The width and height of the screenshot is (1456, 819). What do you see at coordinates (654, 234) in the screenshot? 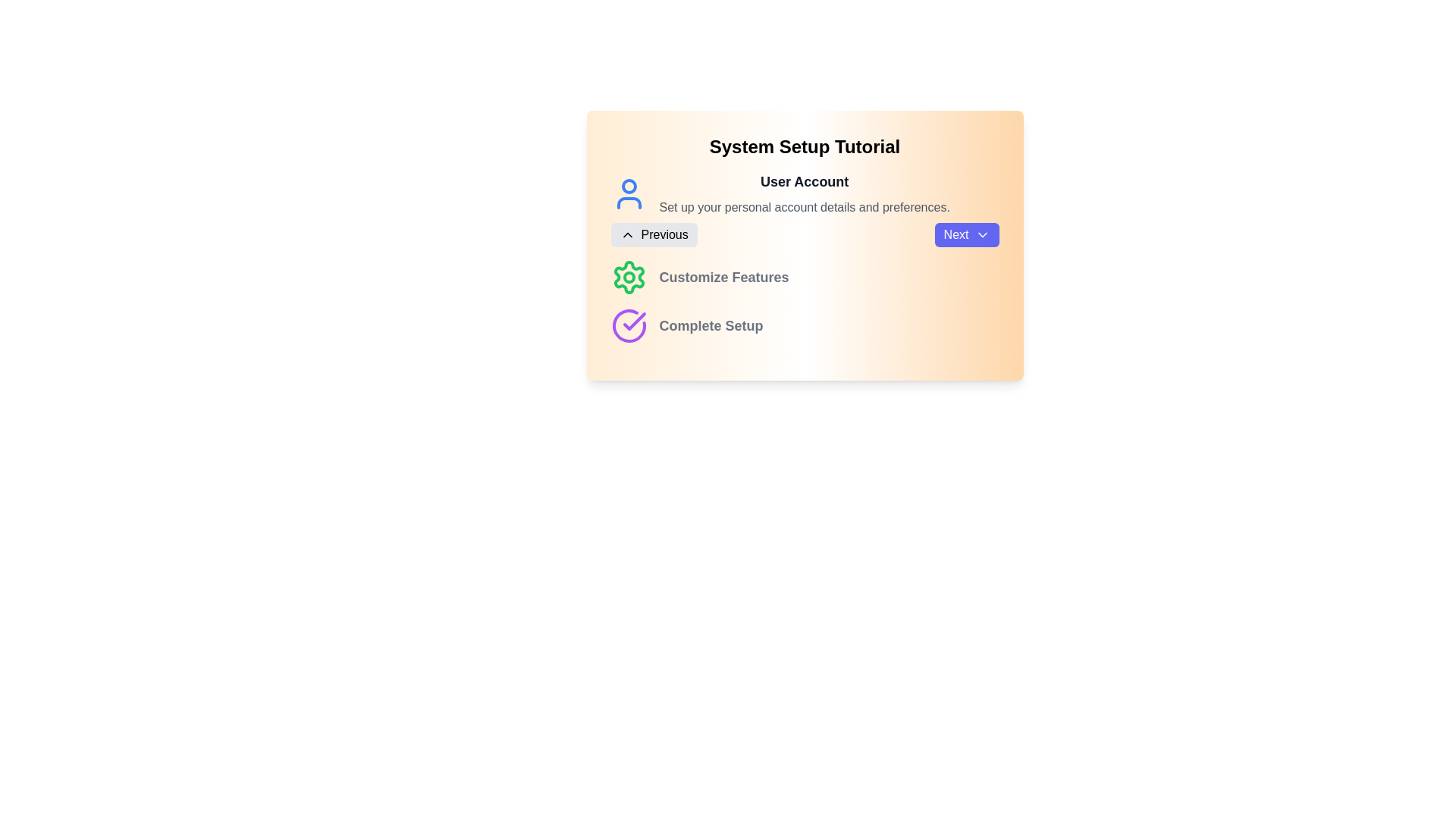
I see `the button labeled Previous` at bounding box center [654, 234].